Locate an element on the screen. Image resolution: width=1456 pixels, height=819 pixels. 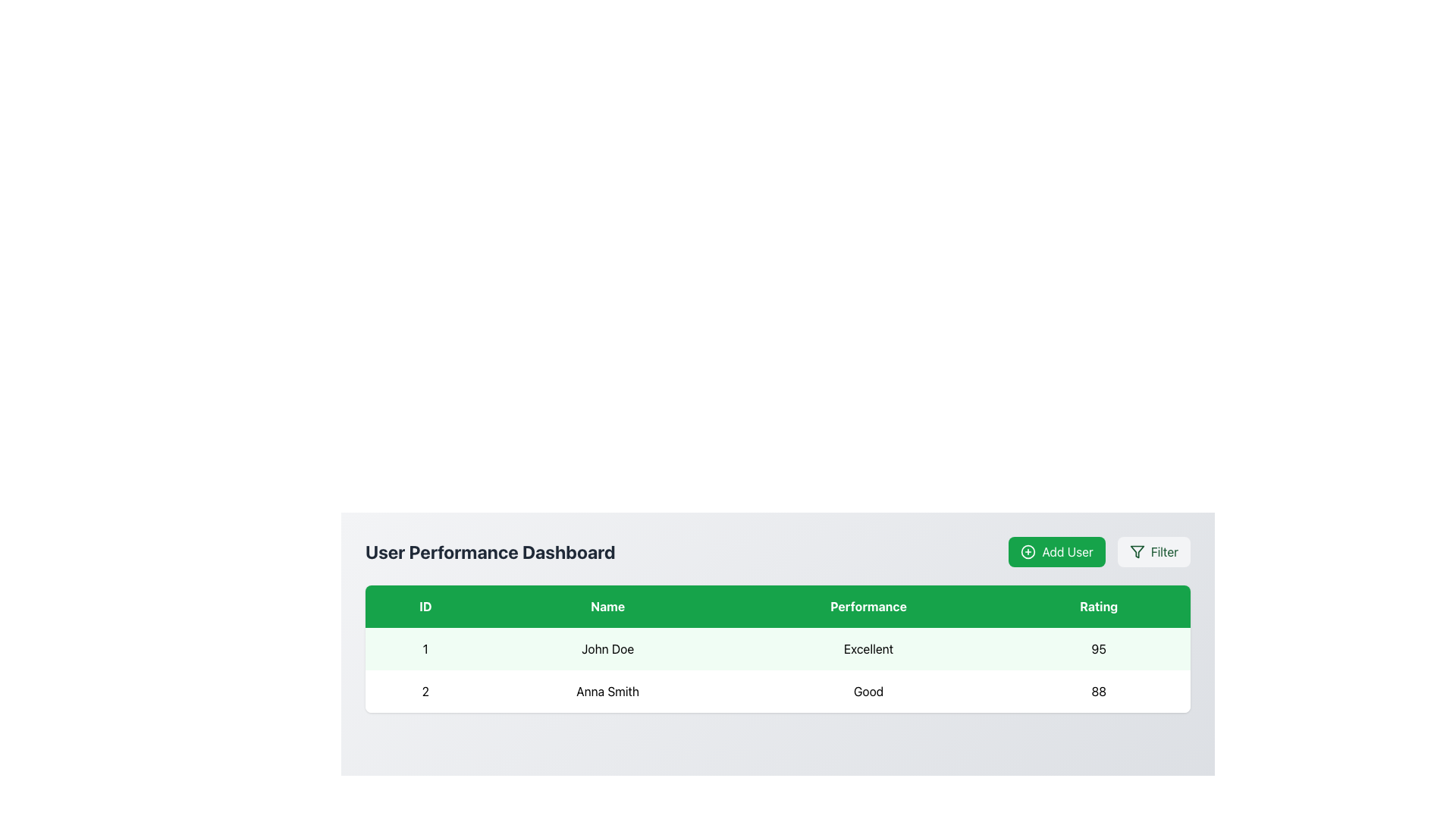
the filter button located at the top-right section of the table interface, positioned to the right of the 'Add User' button is located at coordinates (1153, 552).